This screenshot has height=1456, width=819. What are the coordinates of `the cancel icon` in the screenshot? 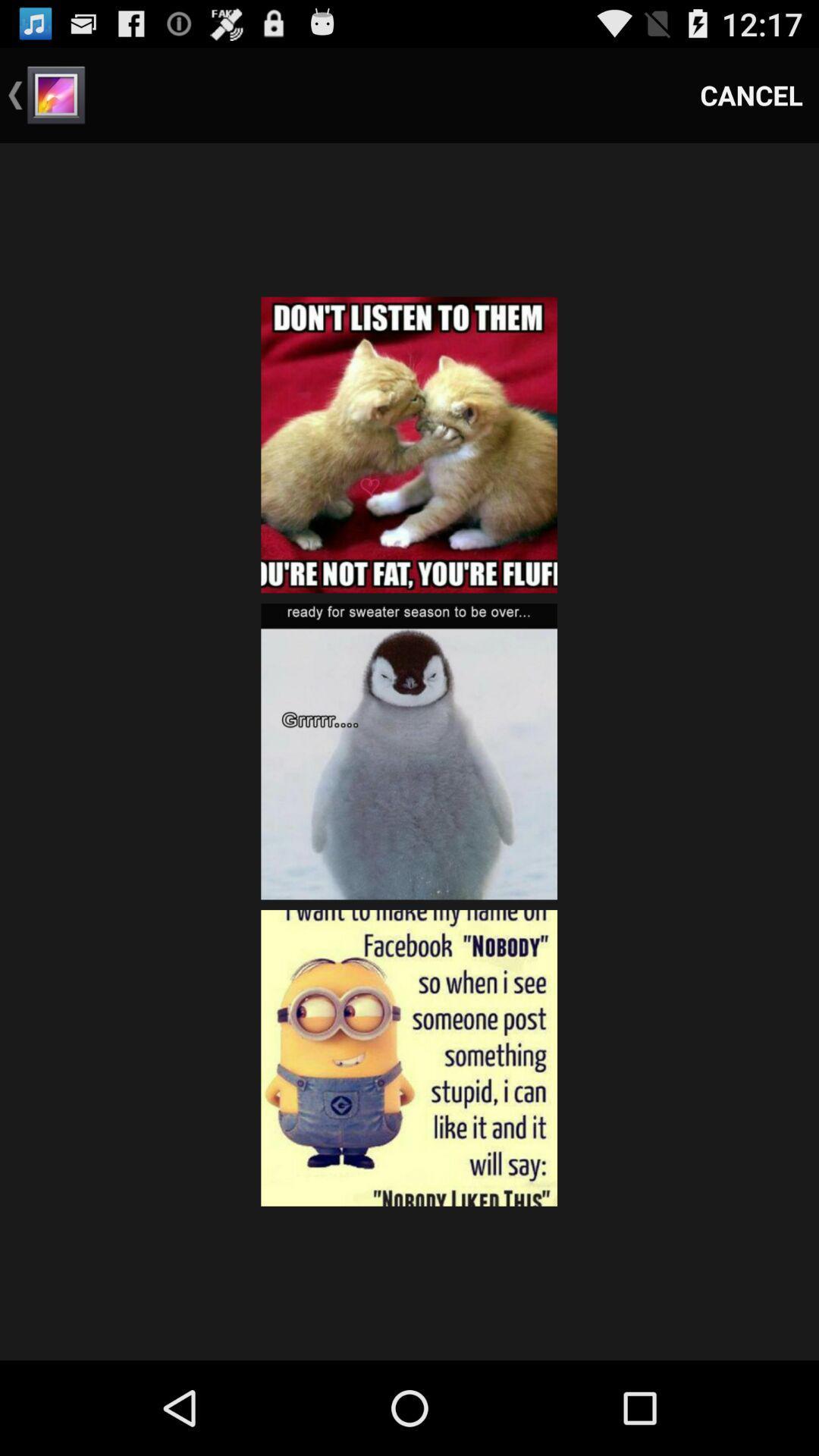 It's located at (752, 94).